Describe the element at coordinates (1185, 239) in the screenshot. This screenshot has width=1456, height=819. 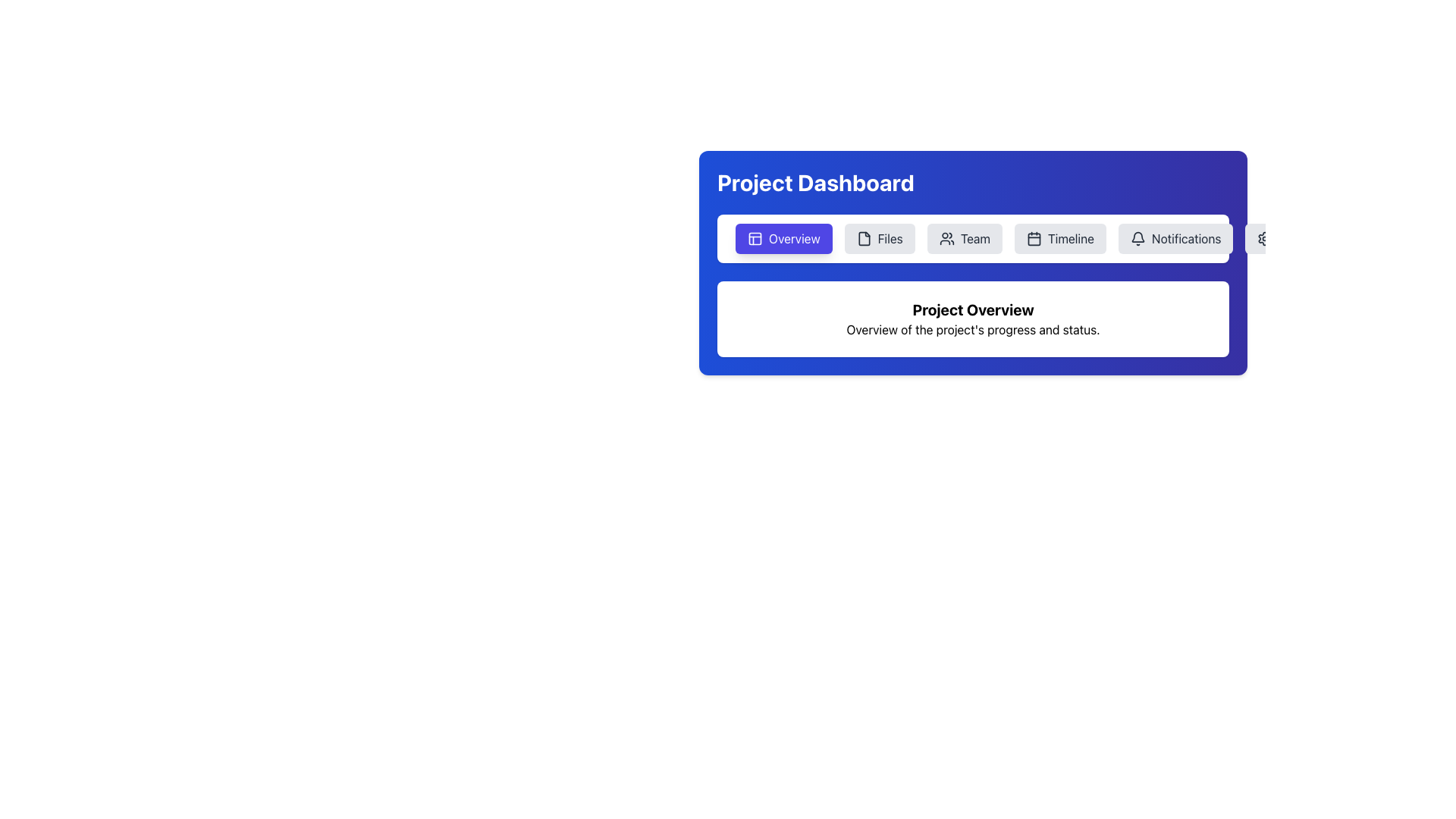
I see `the 'Notifications' text label, which is displayed in bold font style and is part of the horizontal navigation bar at the top right of the dashboard` at that location.